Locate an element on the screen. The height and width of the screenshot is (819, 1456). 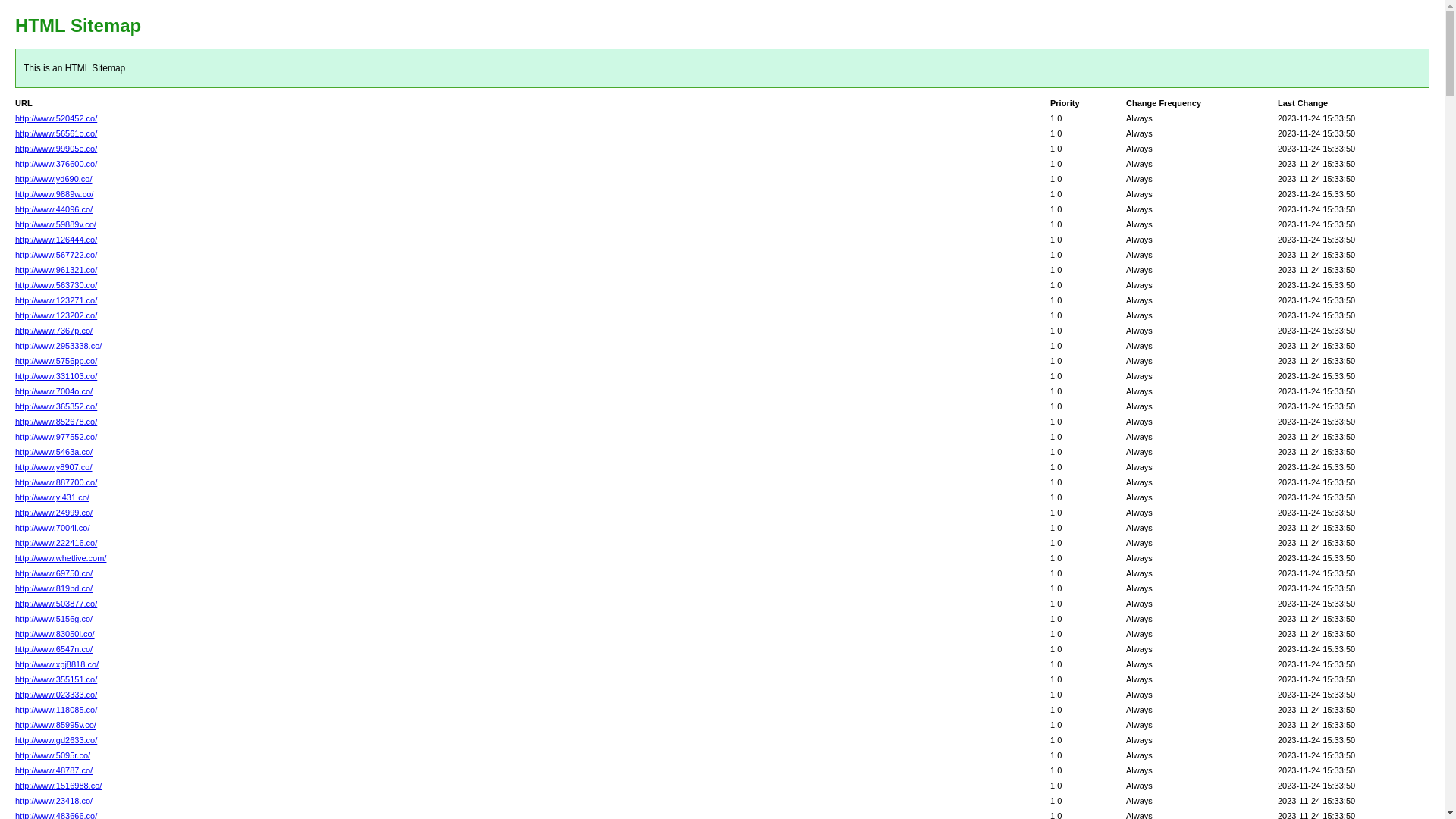
'http://www.222416.co/' is located at coordinates (55, 542).